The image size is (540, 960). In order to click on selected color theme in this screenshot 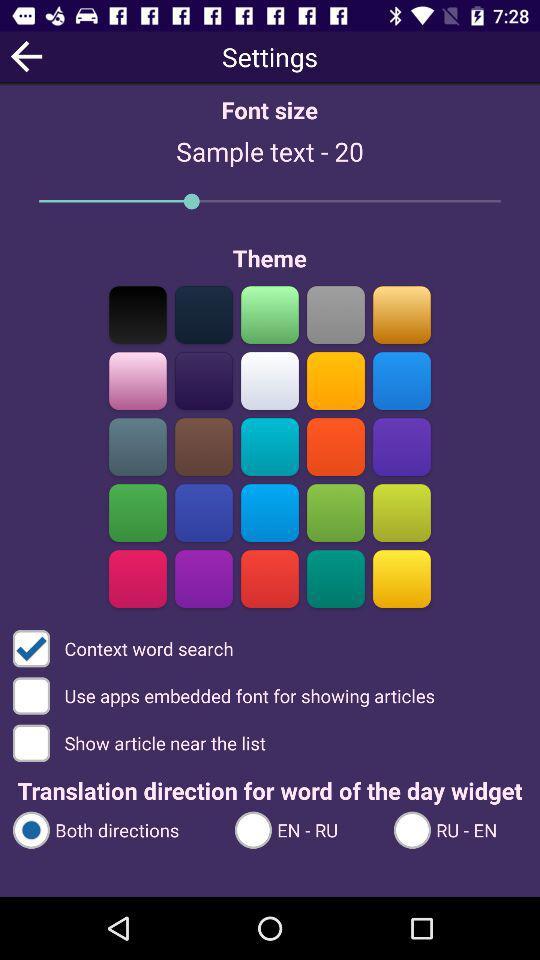, I will do `click(335, 380)`.